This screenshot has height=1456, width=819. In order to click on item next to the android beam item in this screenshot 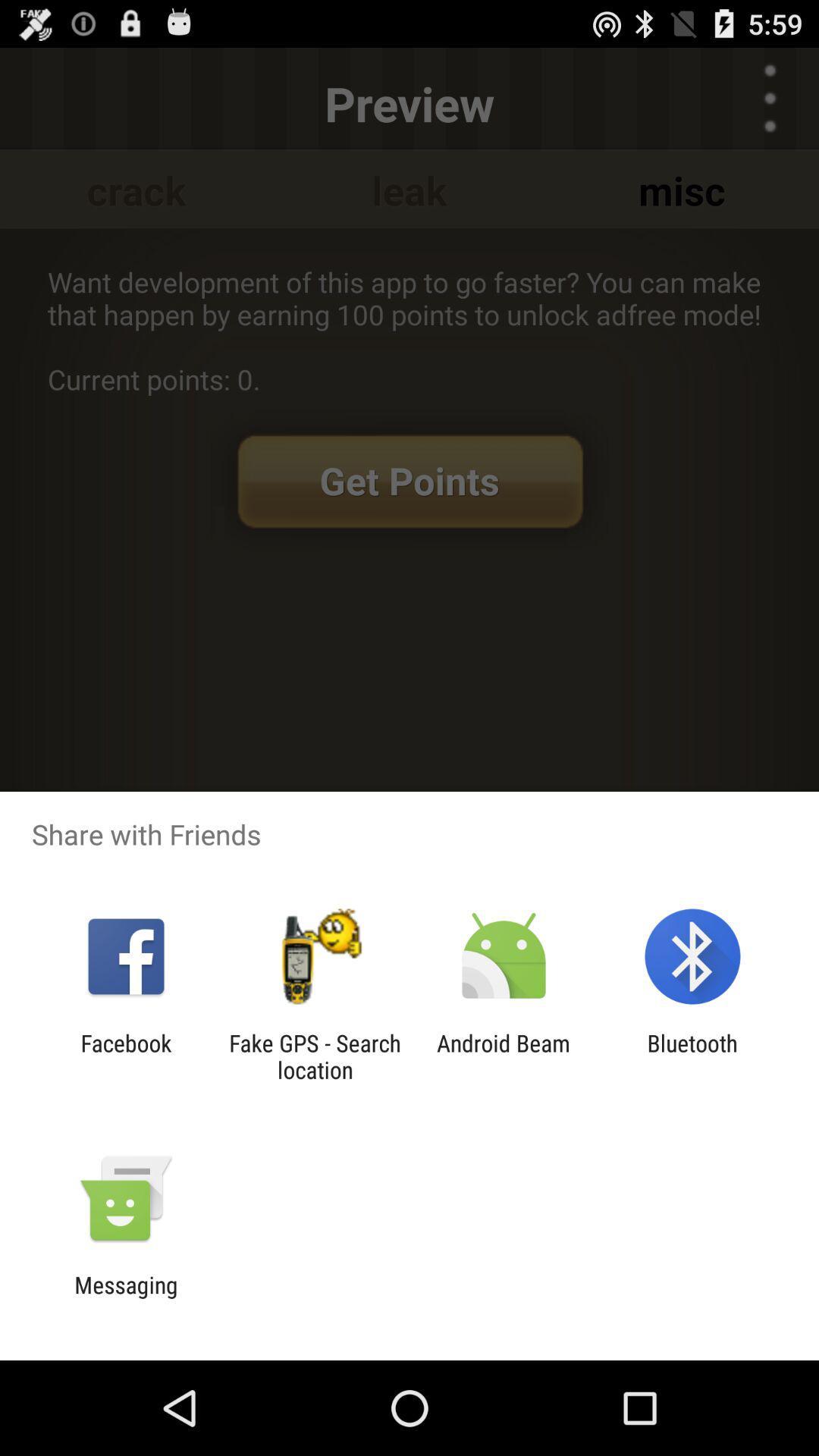, I will do `click(314, 1056)`.